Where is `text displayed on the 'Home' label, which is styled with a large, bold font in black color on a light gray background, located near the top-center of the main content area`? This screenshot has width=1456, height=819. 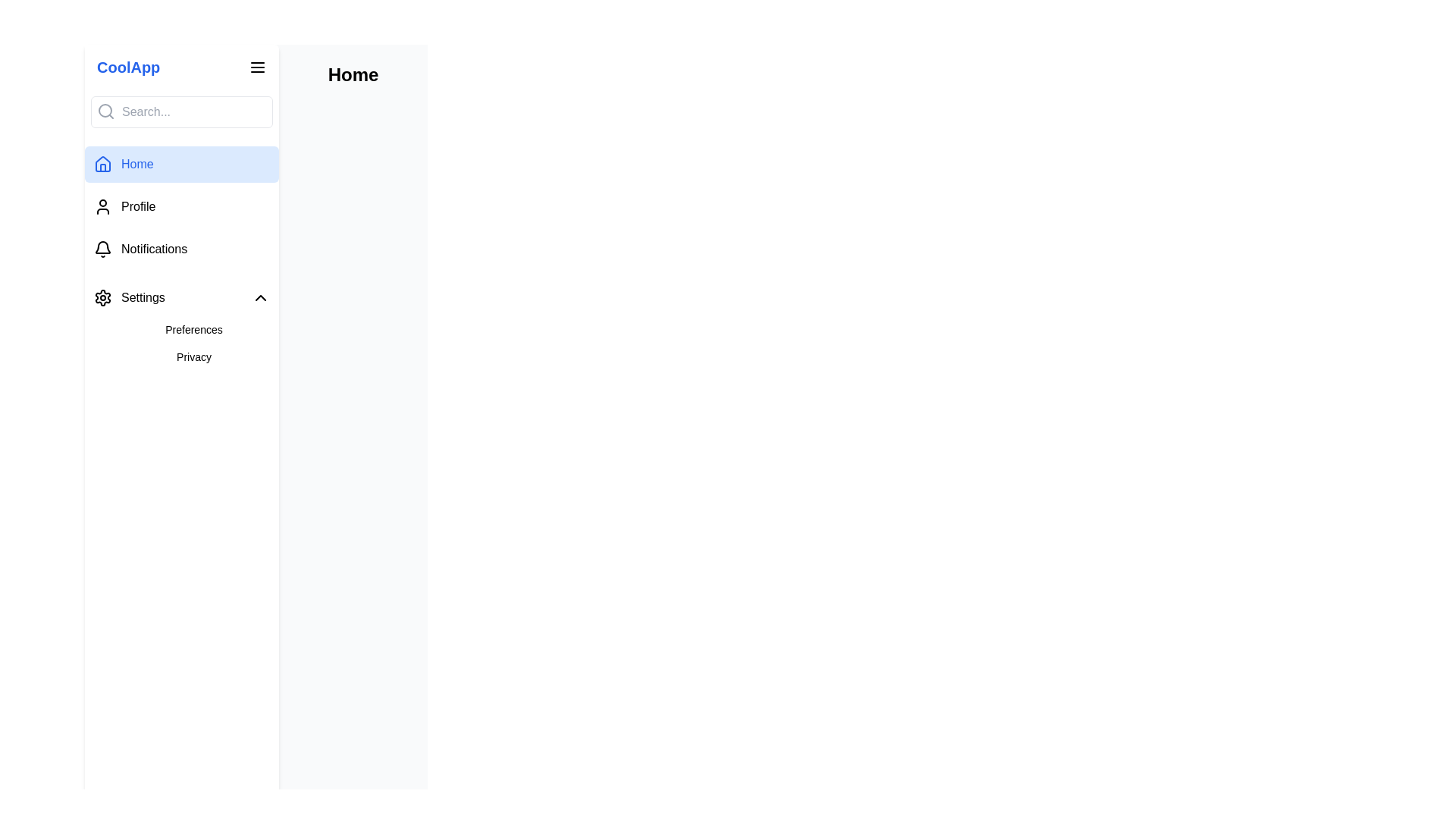 text displayed on the 'Home' label, which is styled with a large, bold font in black color on a light gray background, located near the top-center of the main content area is located at coordinates (352, 75).